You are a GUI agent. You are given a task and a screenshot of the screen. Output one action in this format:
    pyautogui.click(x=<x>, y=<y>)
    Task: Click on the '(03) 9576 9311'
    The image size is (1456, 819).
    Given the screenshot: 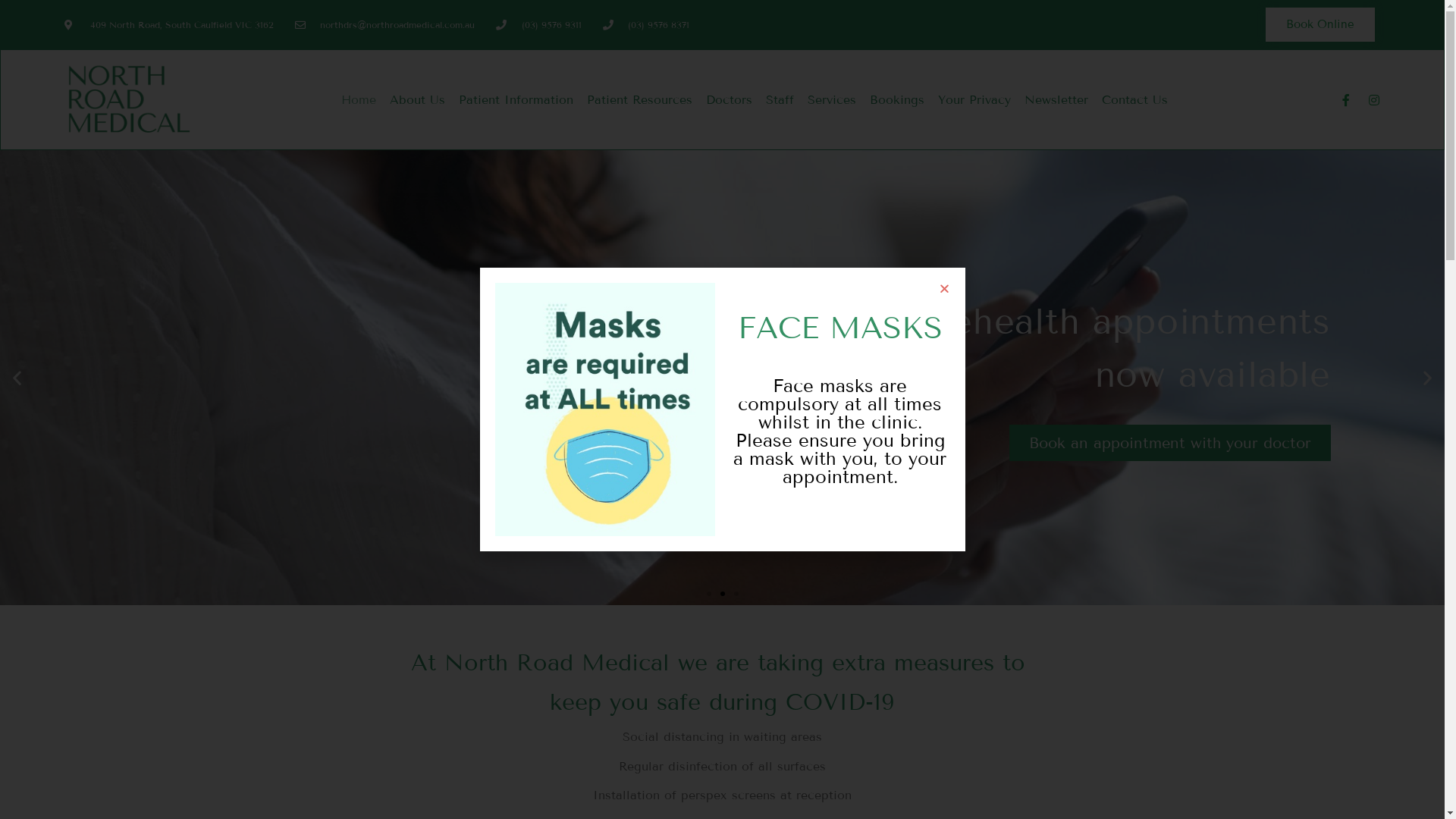 What is the action you would take?
    pyautogui.click(x=538, y=25)
    